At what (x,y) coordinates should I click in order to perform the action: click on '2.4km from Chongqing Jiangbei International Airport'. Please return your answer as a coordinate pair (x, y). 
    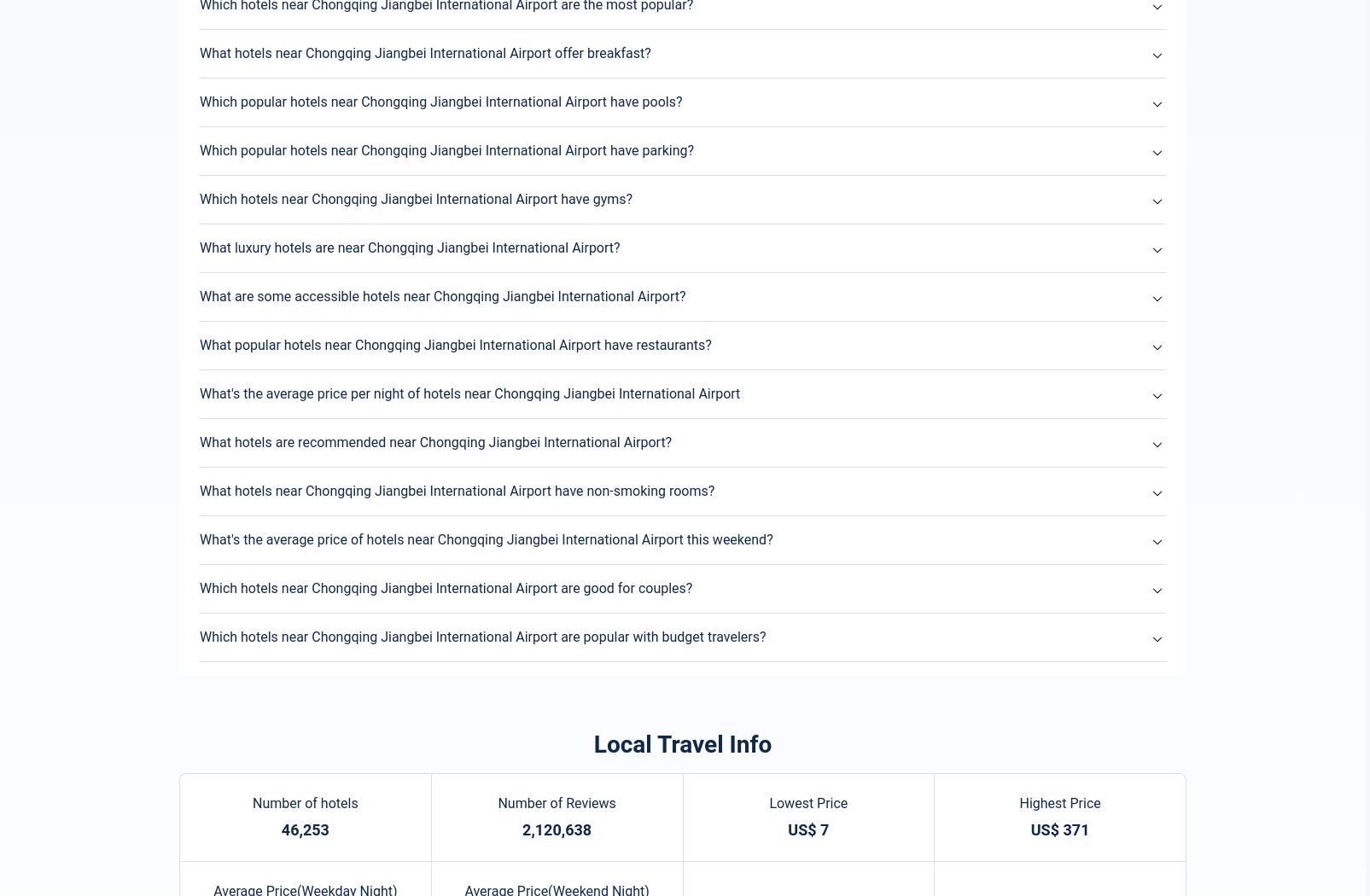
    Looking at the image, I should click on (542, 463).